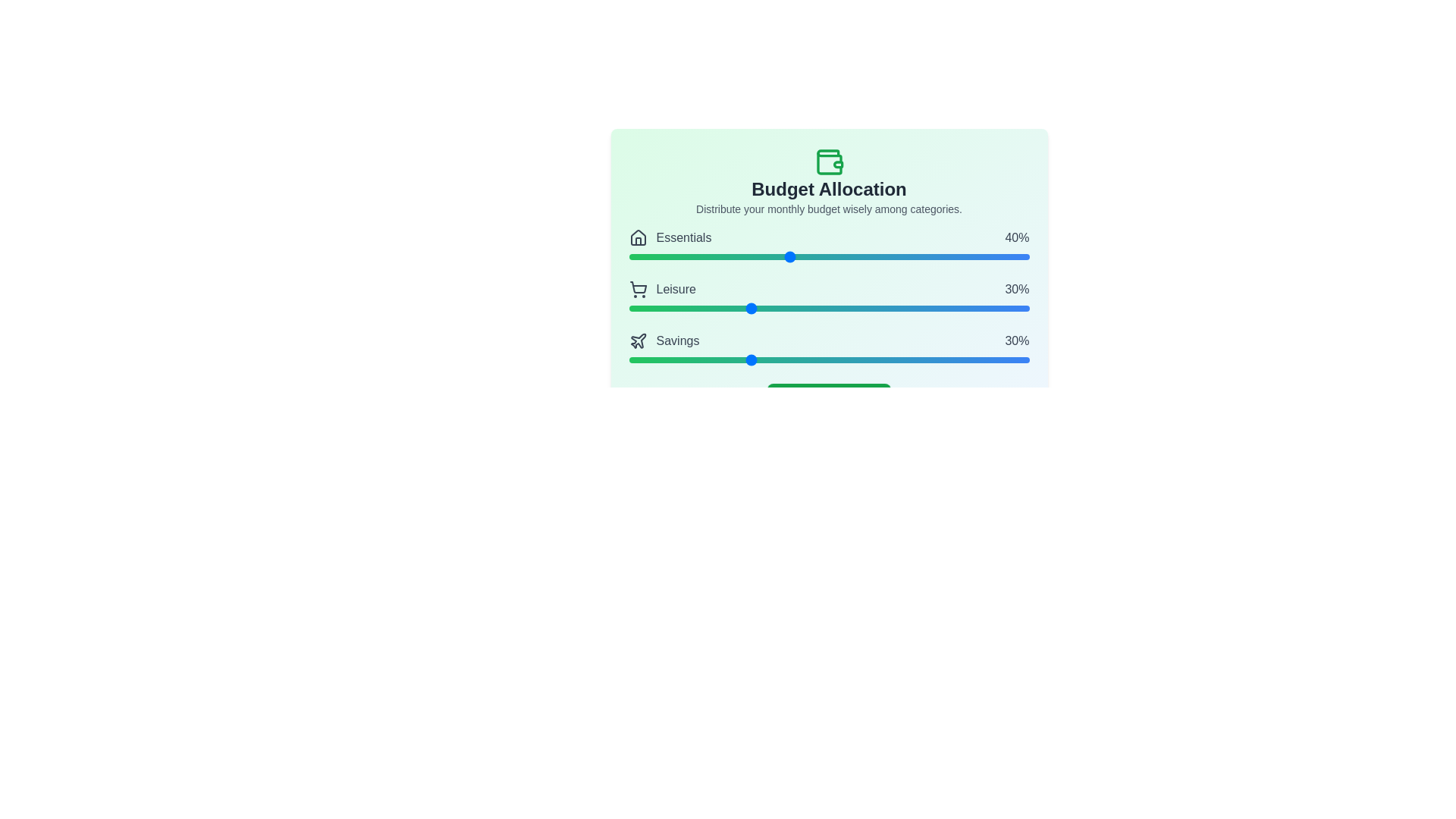  Describe the element at coordinates (637, 359) in the screenshot. I see `the 'Savings' slider to set its value to 2` at that location.